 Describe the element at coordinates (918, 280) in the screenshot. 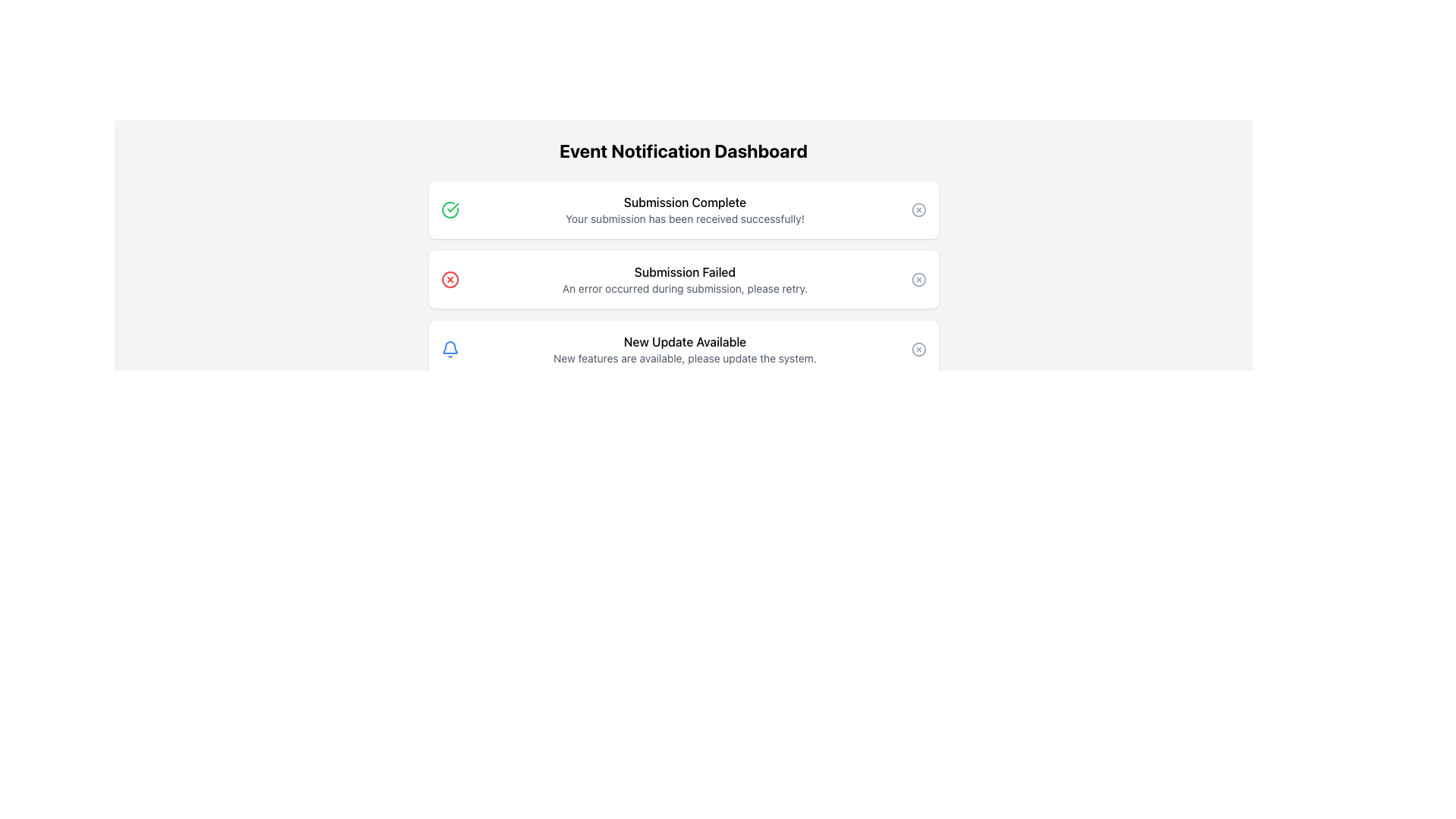

I see `the close button located on the right side of the 'Submission Failed' notification to change its icon color` at that location.